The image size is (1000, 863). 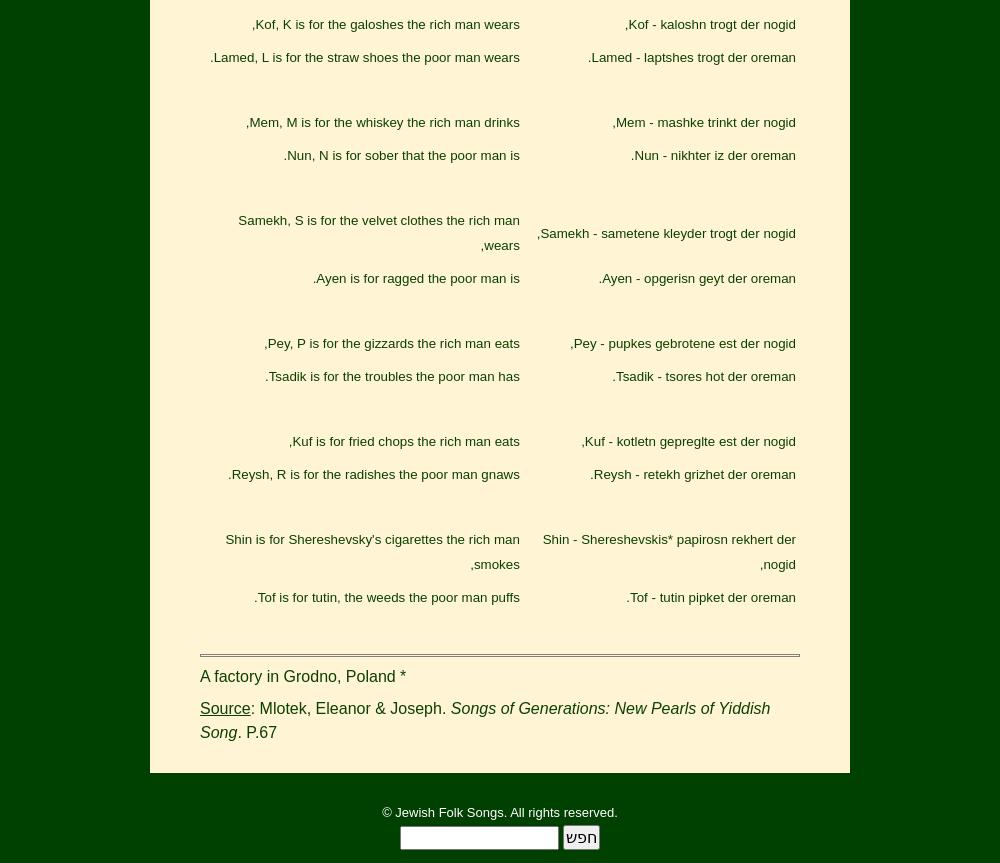 I want to click on 'Tof is for tutin, the weeds the poor man puffs.', so click(x=386, y=597).